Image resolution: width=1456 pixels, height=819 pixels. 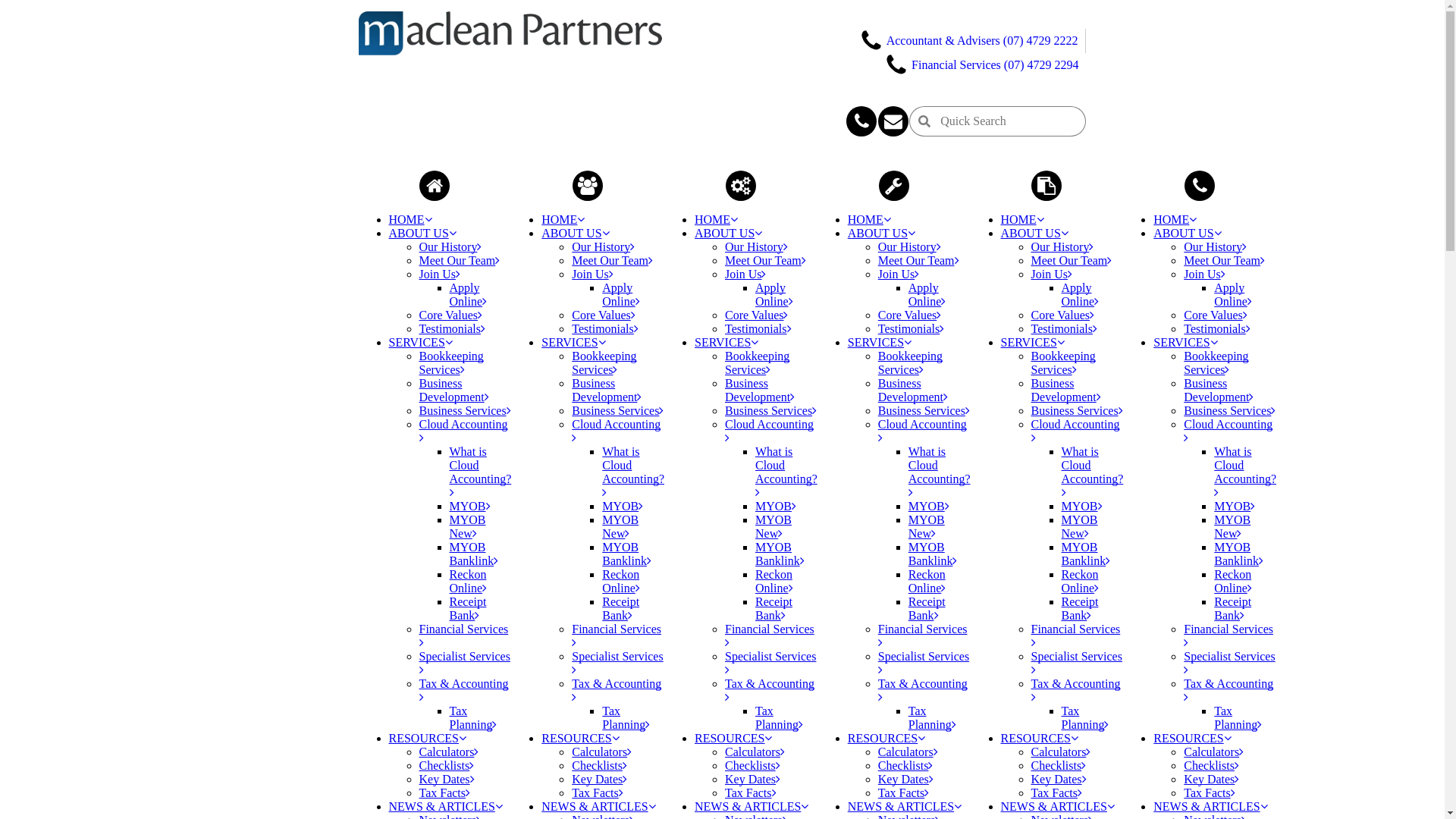 I want to click on 'Tax Facts', so click(x=596, y=792).